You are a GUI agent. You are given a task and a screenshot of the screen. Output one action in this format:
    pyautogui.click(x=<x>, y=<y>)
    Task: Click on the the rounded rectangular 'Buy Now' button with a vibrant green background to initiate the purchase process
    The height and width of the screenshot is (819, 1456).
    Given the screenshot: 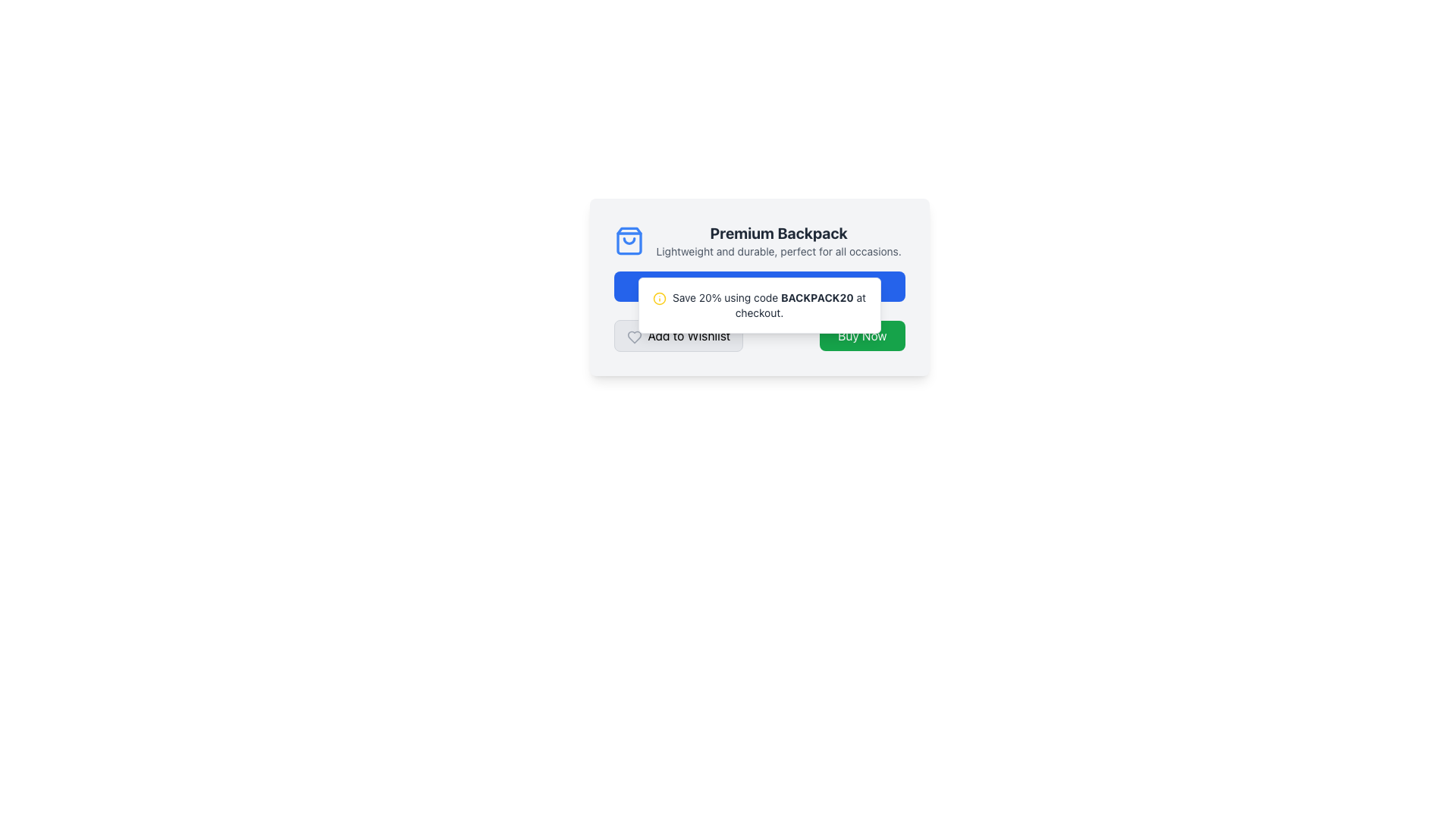 What is the action you would take?
    pyautogui.click(x=862, y=335)
    